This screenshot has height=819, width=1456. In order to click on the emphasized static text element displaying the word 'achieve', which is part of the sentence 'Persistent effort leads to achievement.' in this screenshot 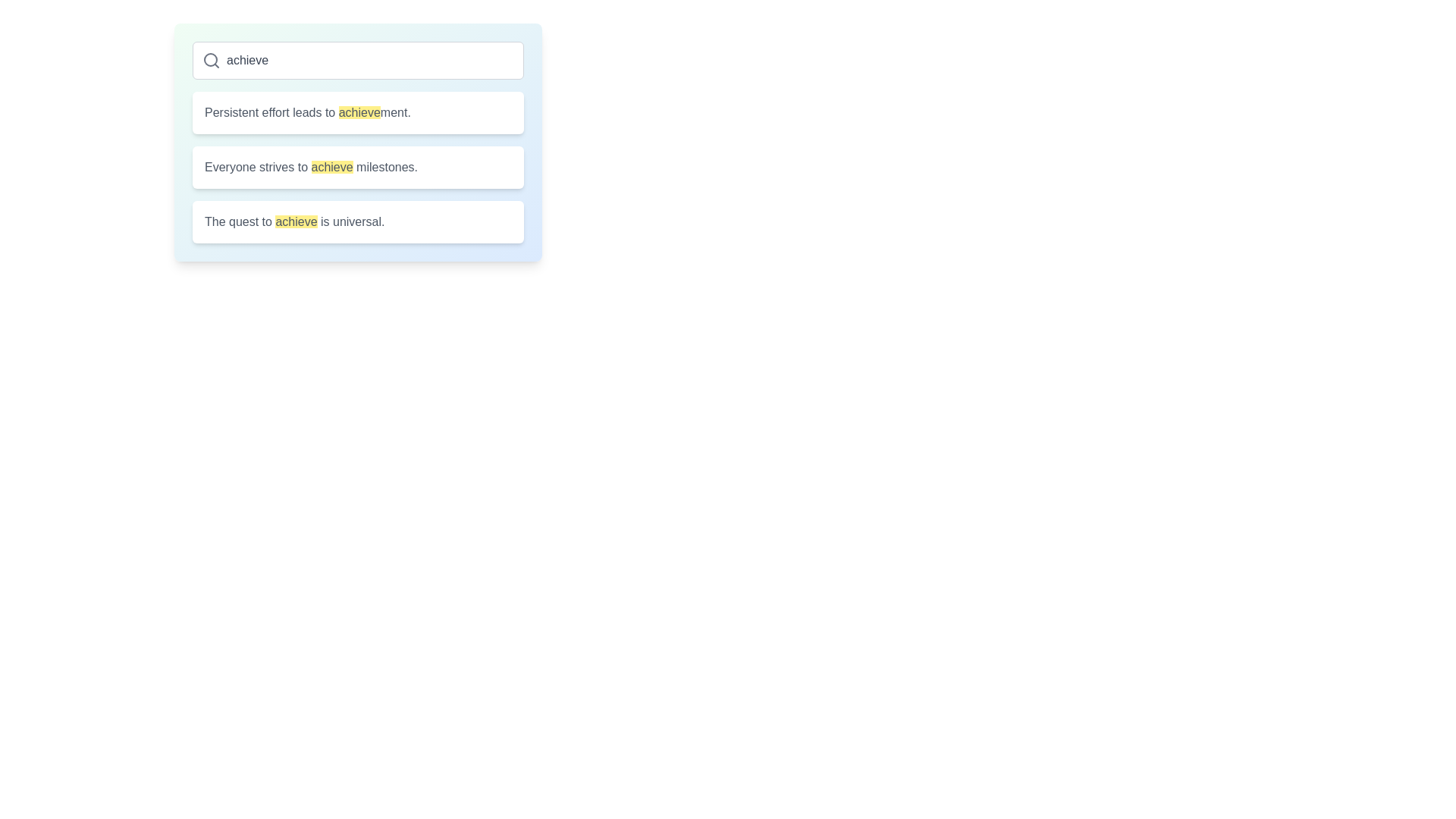, I will do `click(359, 111)`.